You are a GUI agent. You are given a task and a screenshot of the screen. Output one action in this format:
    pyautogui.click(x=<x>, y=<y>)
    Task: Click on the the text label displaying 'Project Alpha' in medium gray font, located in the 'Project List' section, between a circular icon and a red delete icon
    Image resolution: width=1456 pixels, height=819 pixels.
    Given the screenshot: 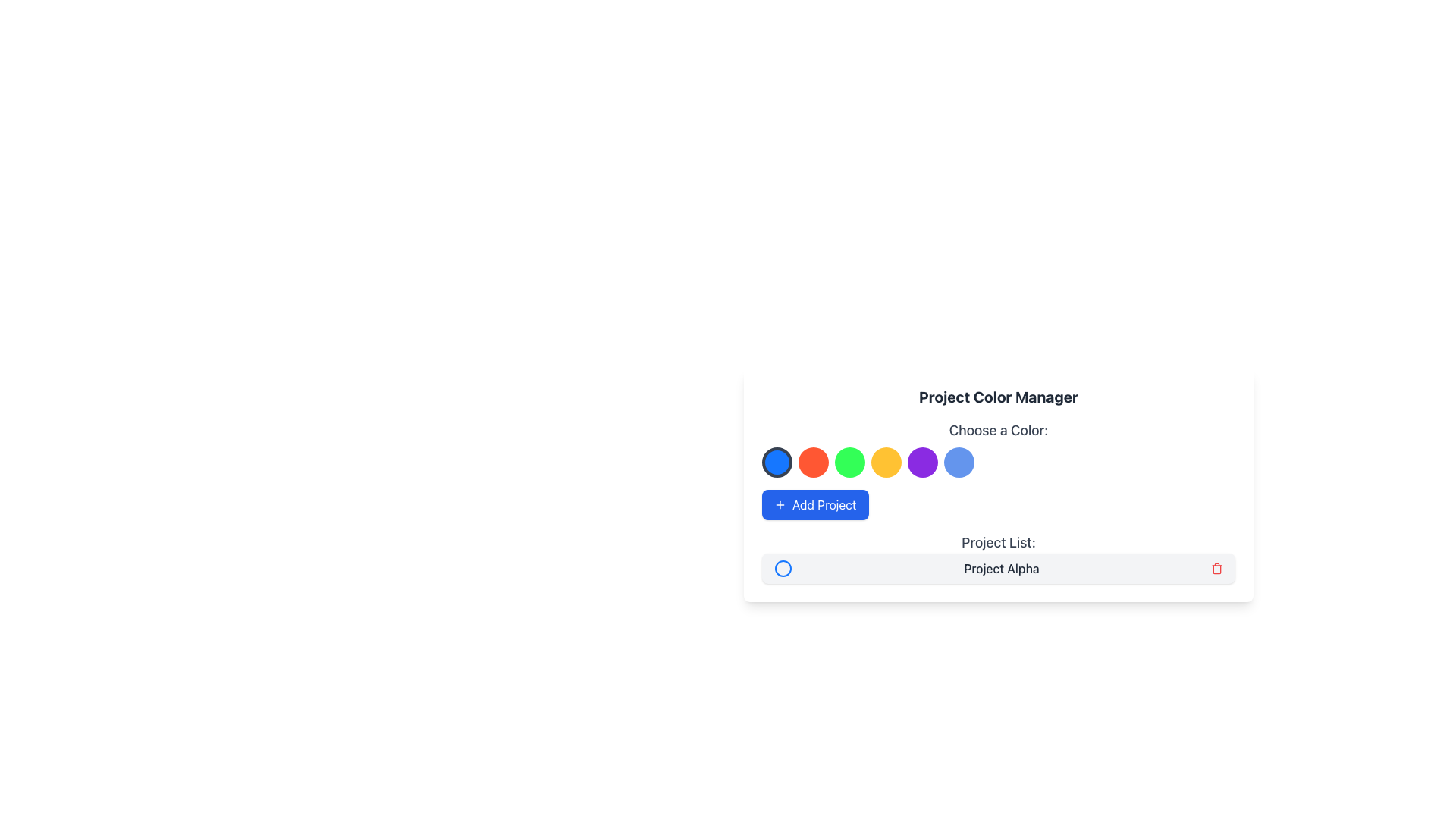 What is the action you would take?
    pyautogui.click(x=1001, y=568)
    